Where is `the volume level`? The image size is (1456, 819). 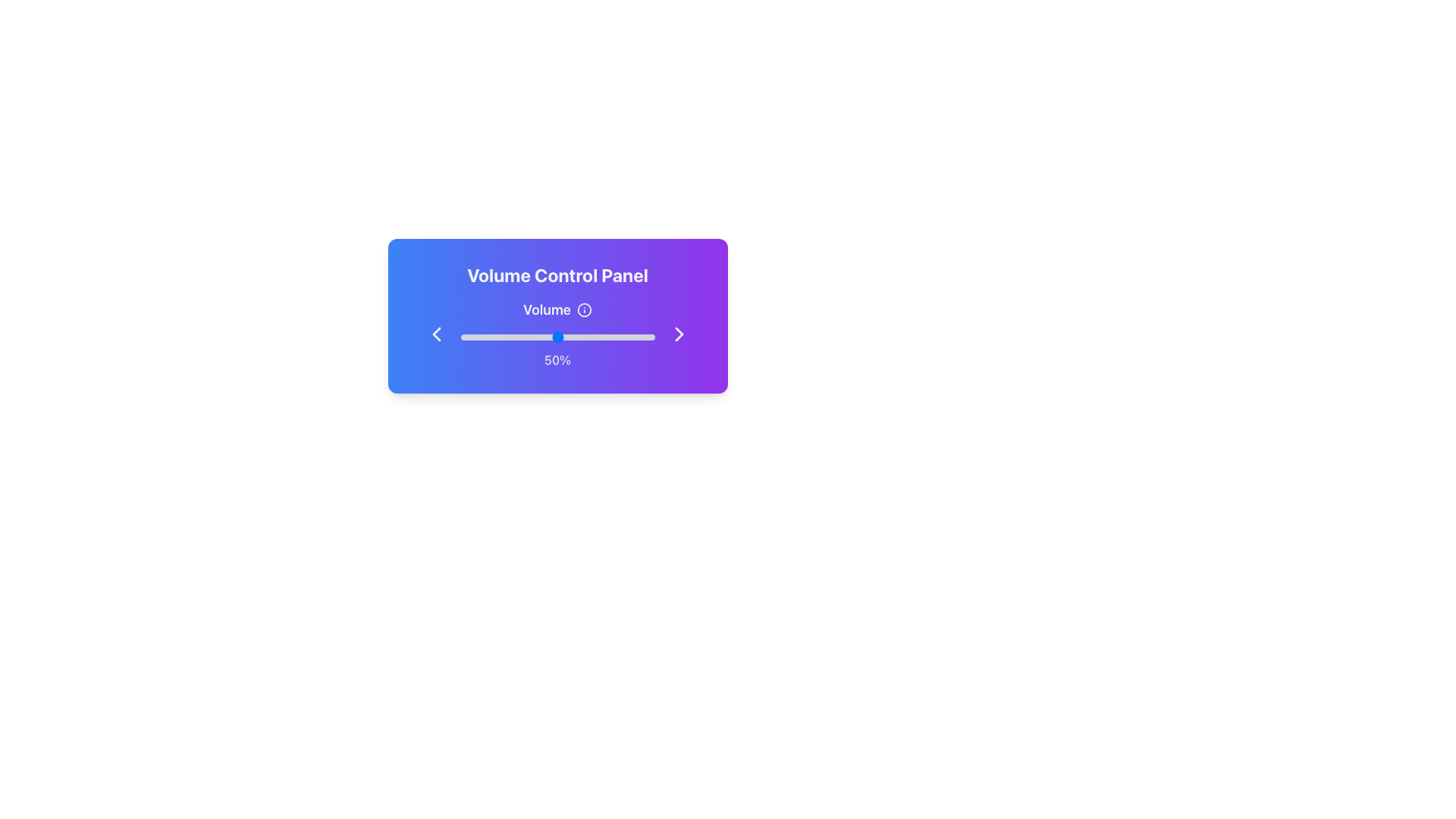 the volume level is located at coordinates (629, 336).